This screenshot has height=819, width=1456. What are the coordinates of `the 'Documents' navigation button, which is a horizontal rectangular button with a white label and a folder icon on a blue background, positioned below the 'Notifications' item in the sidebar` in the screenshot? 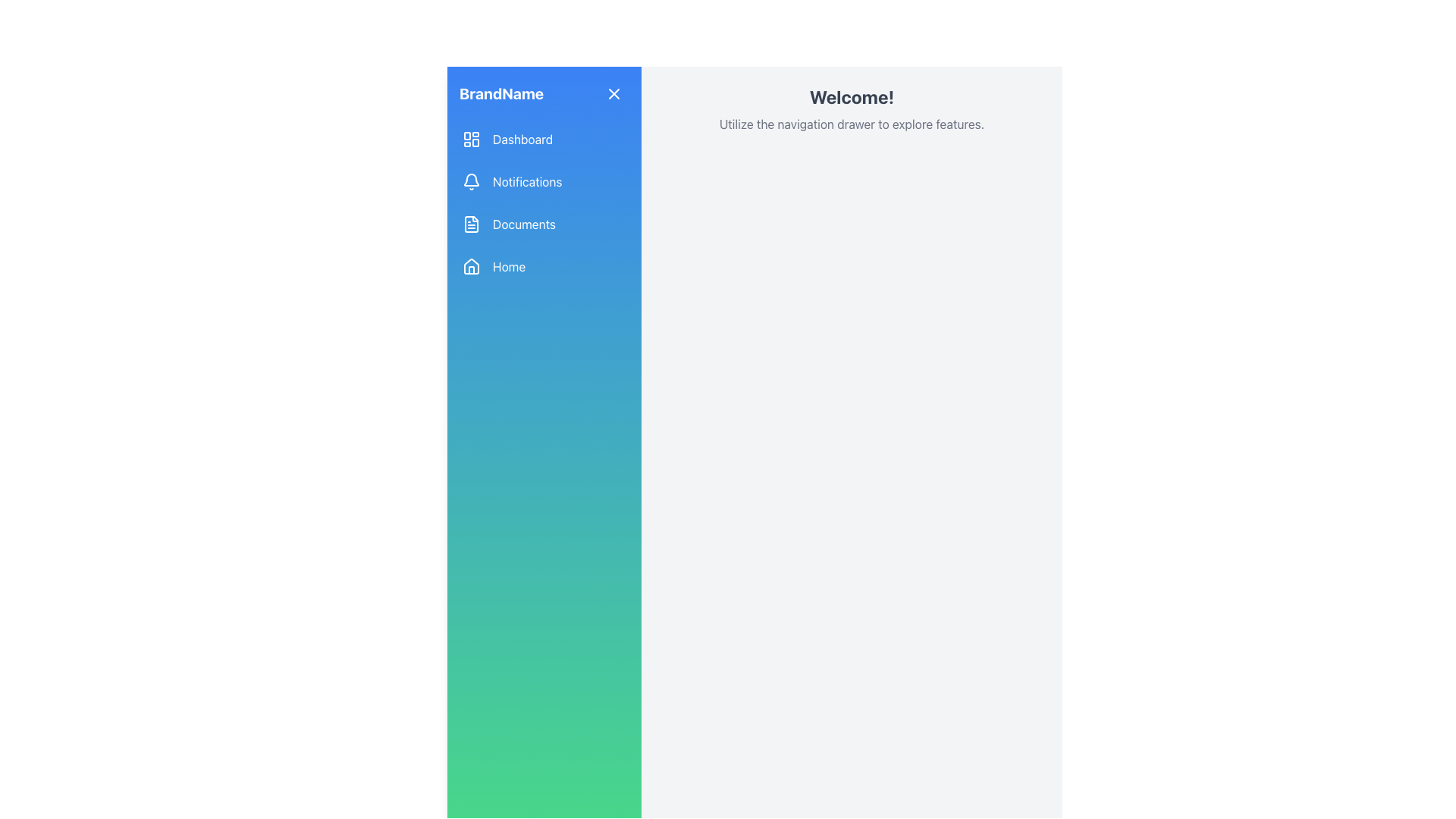 It's located at (509, 224).